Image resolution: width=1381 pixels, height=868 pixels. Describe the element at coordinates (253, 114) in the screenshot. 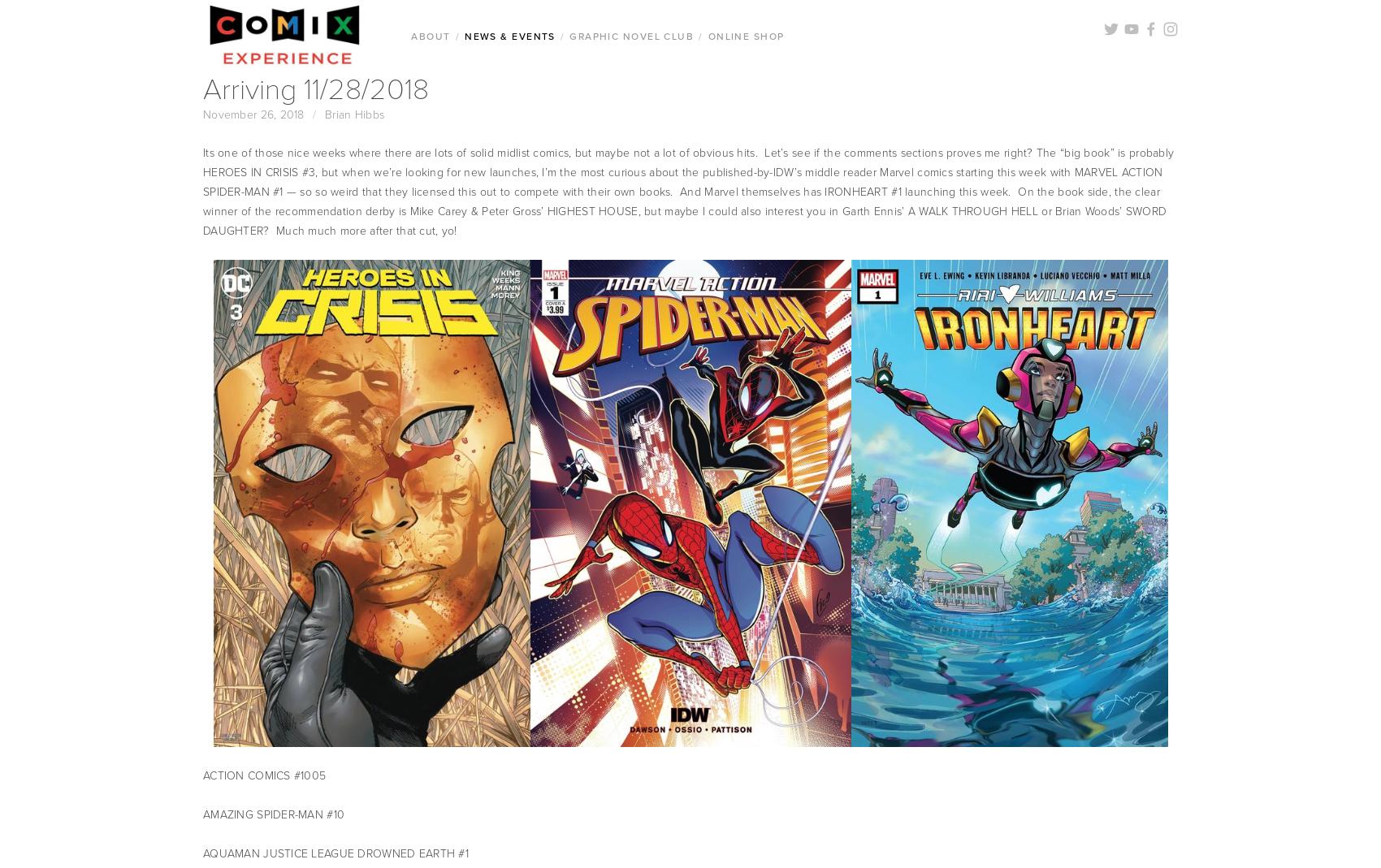

I see `'November 26, 2018'` at that location.